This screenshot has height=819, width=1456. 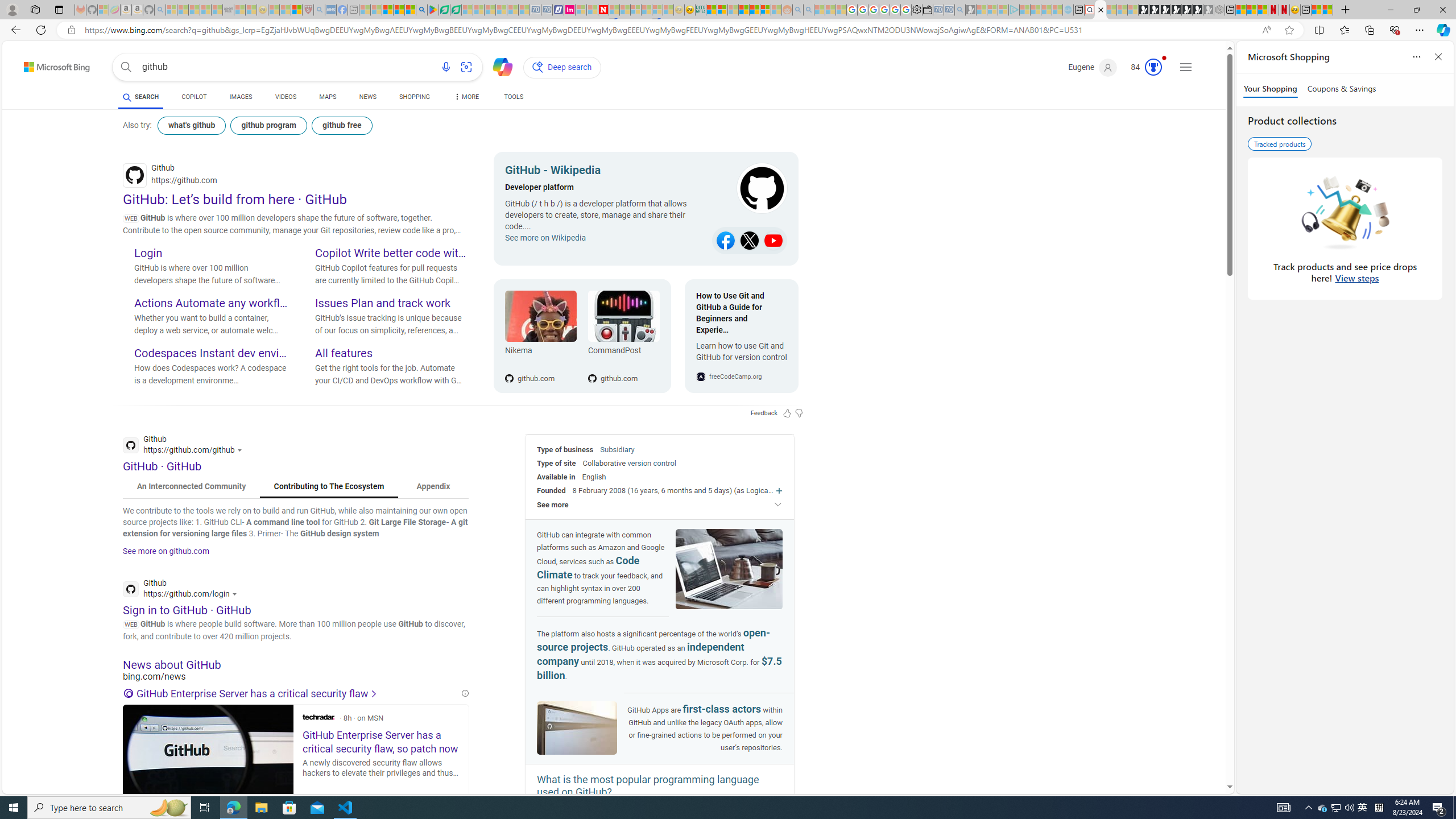 I want to click on '14 Common Myths Debunked By Scientific Facts - Sleeping', so click(x=624, y=9).